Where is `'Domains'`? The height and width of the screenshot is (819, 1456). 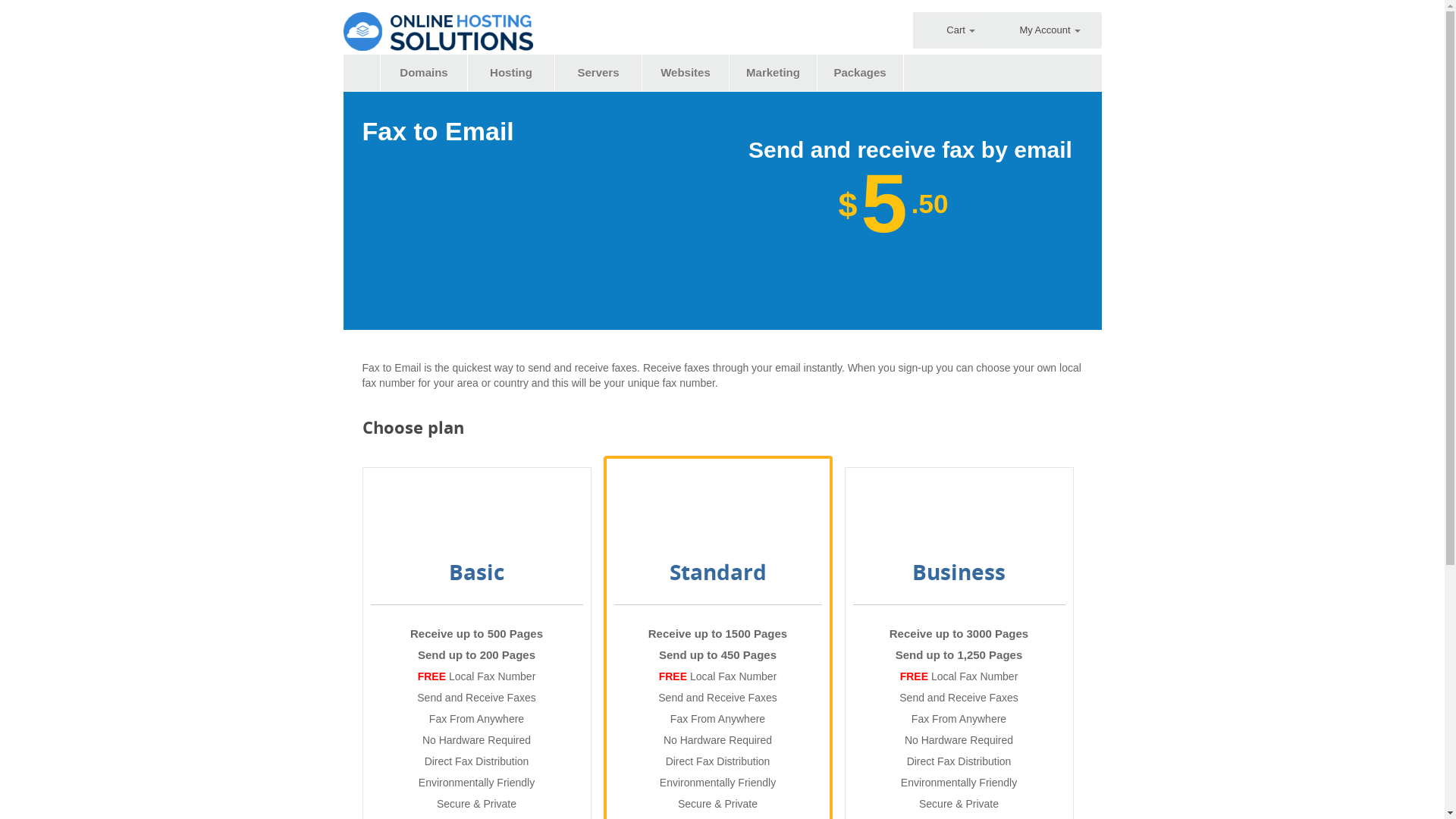
'Domains' is located at coordinates (423, 73).